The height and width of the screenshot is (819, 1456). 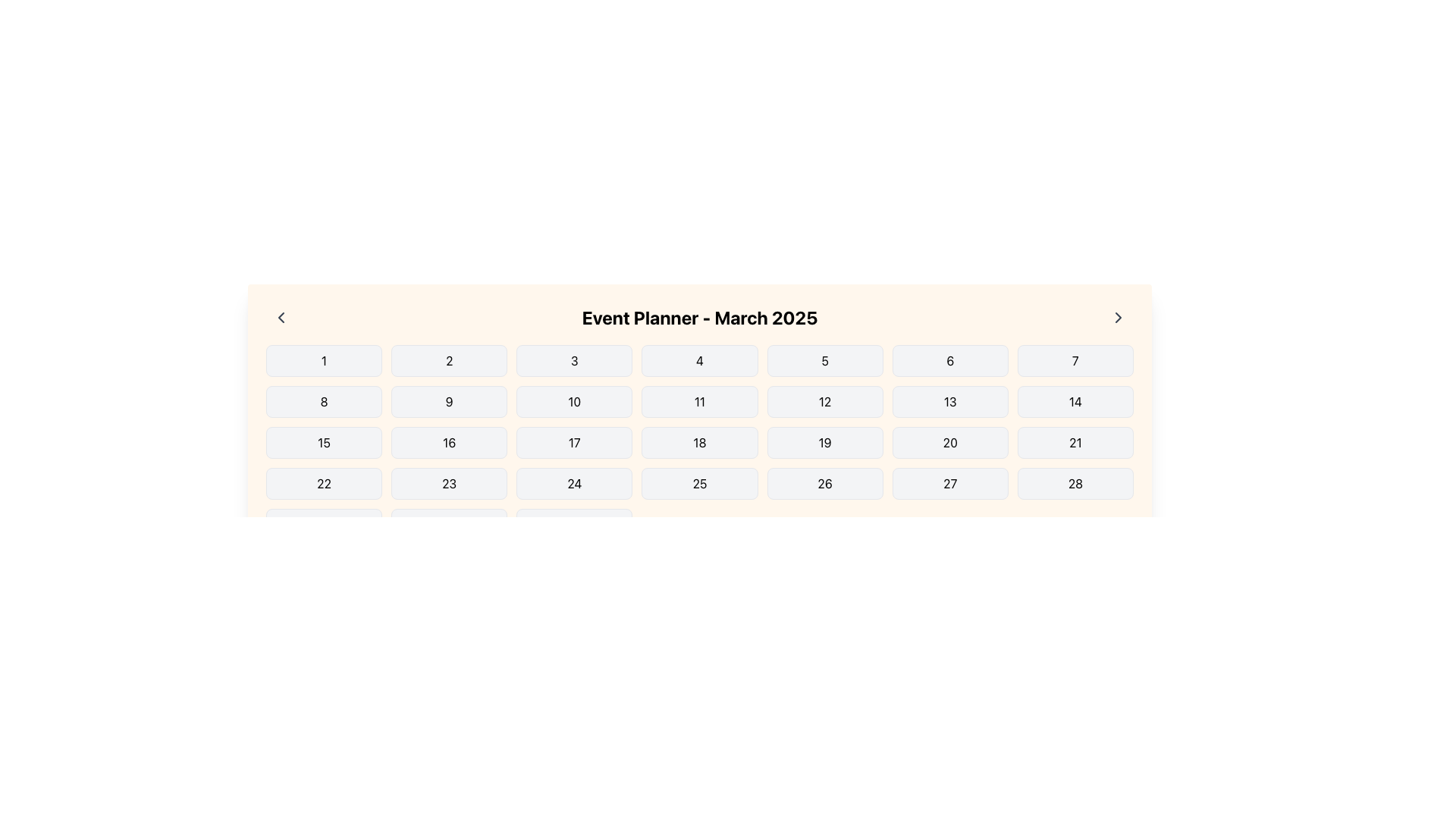 What do you see at coordinates (1075, 483) in the screenshot?
I see `the button representing the 28th day of the month in the calendar grid layout, located in the last row and last column` at bounding box center [1075, 483].